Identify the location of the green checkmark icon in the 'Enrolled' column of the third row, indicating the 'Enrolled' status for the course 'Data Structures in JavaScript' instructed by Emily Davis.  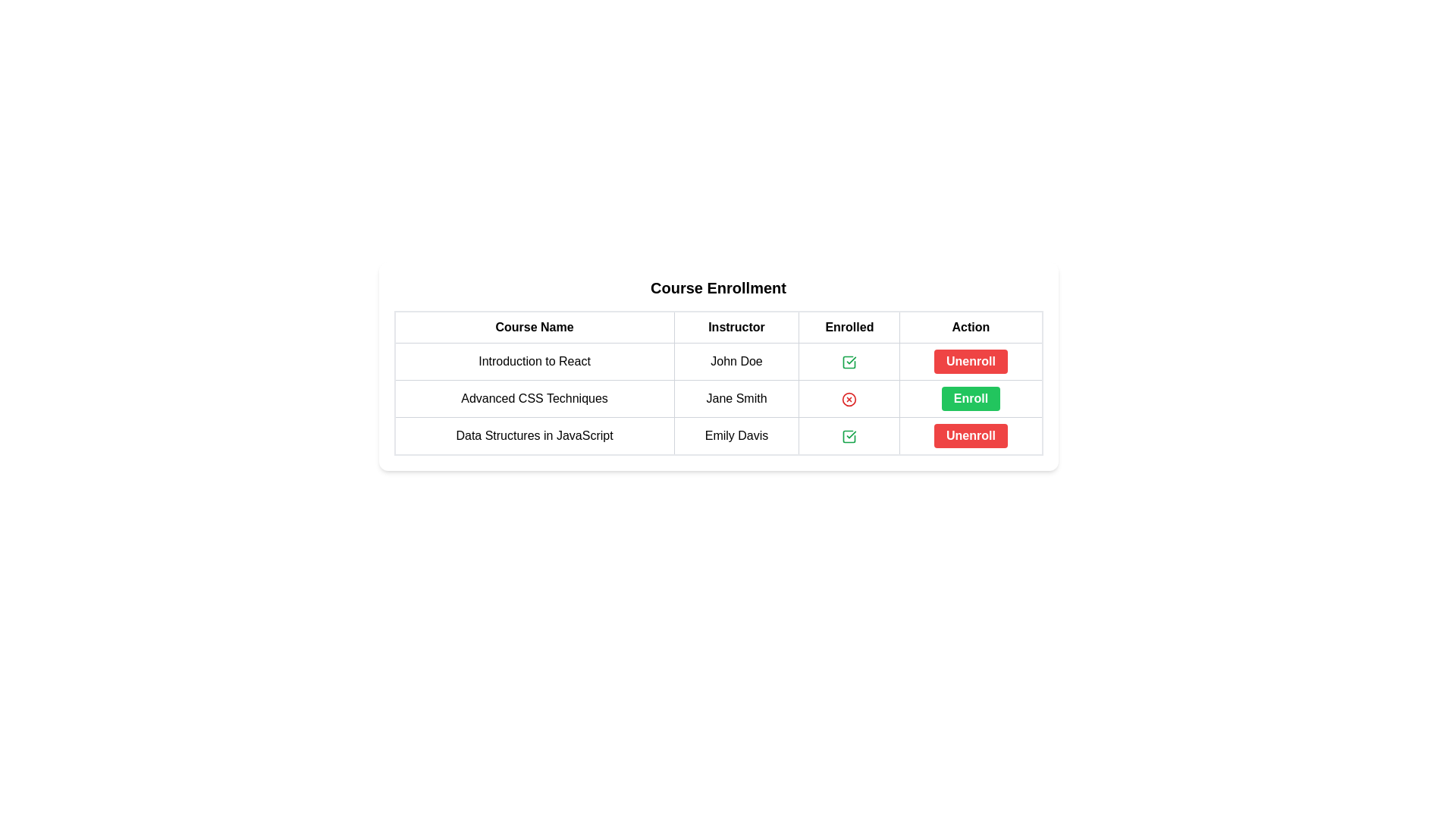
(849, 436).